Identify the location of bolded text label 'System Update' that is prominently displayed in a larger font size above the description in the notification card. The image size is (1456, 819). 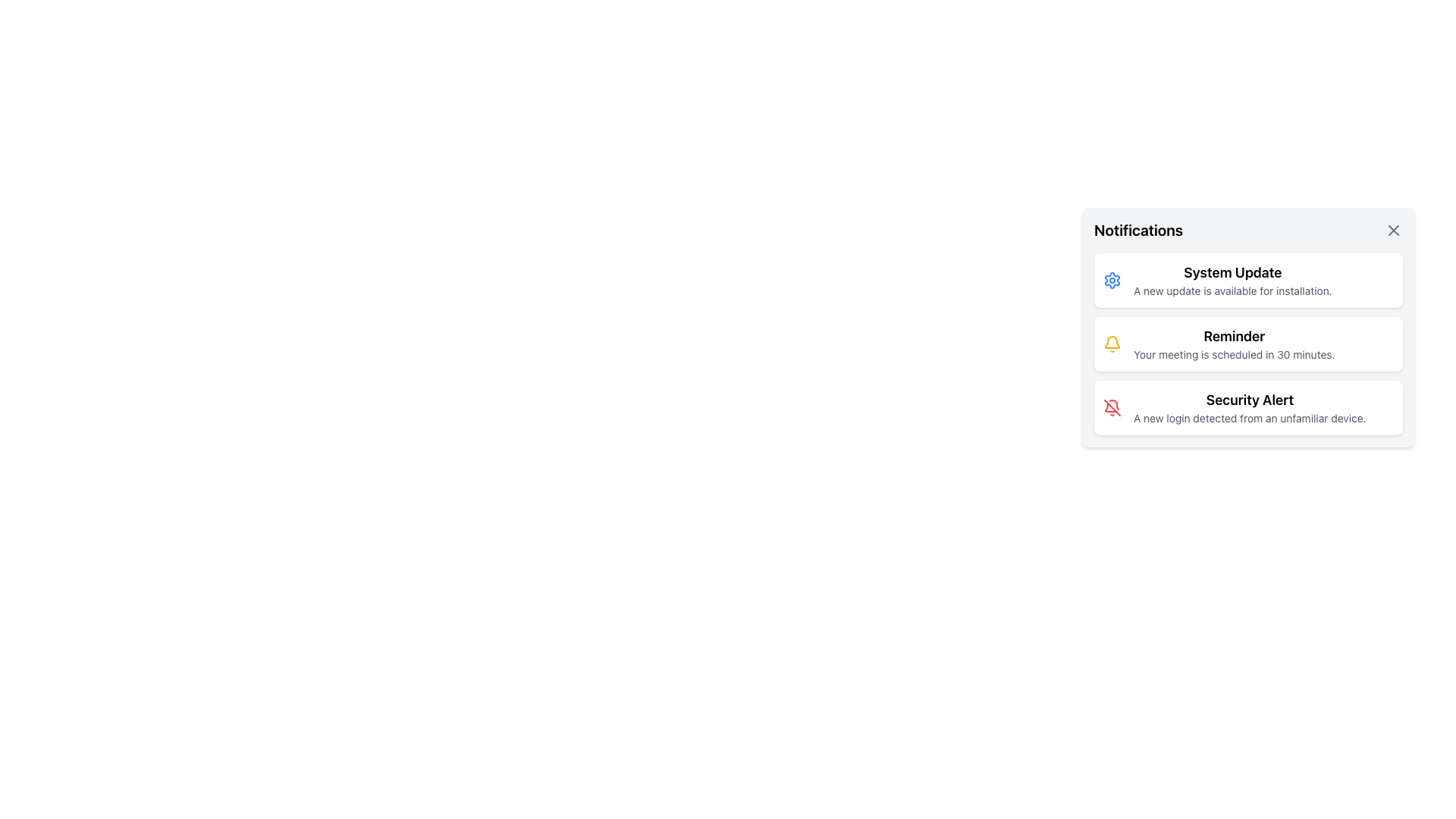
(1232, 271).